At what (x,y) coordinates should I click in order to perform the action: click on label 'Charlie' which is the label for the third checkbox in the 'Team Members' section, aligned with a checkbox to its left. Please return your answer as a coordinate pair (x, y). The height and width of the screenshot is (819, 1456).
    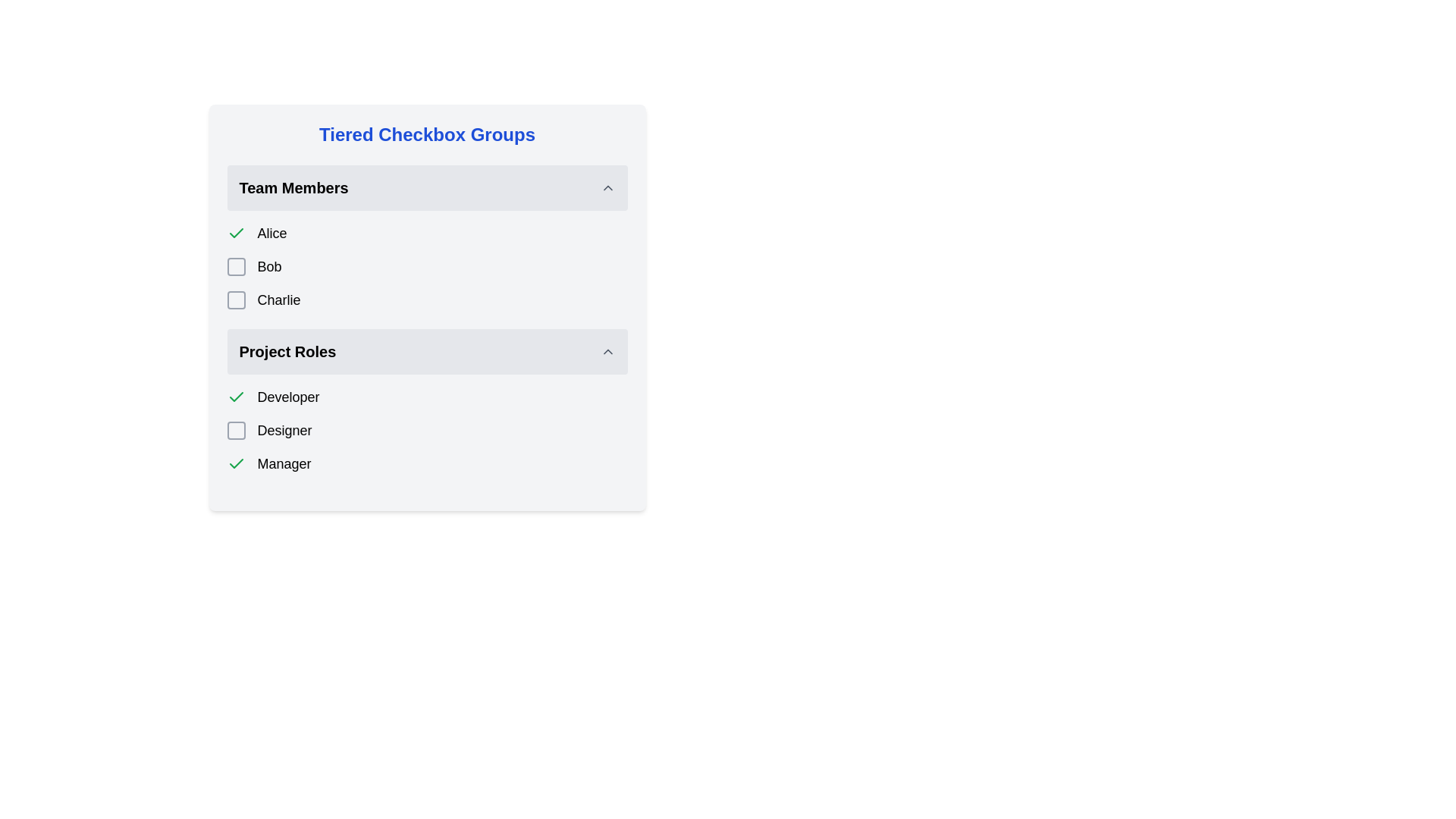
    Looking at the image, I should click on (279, 300).